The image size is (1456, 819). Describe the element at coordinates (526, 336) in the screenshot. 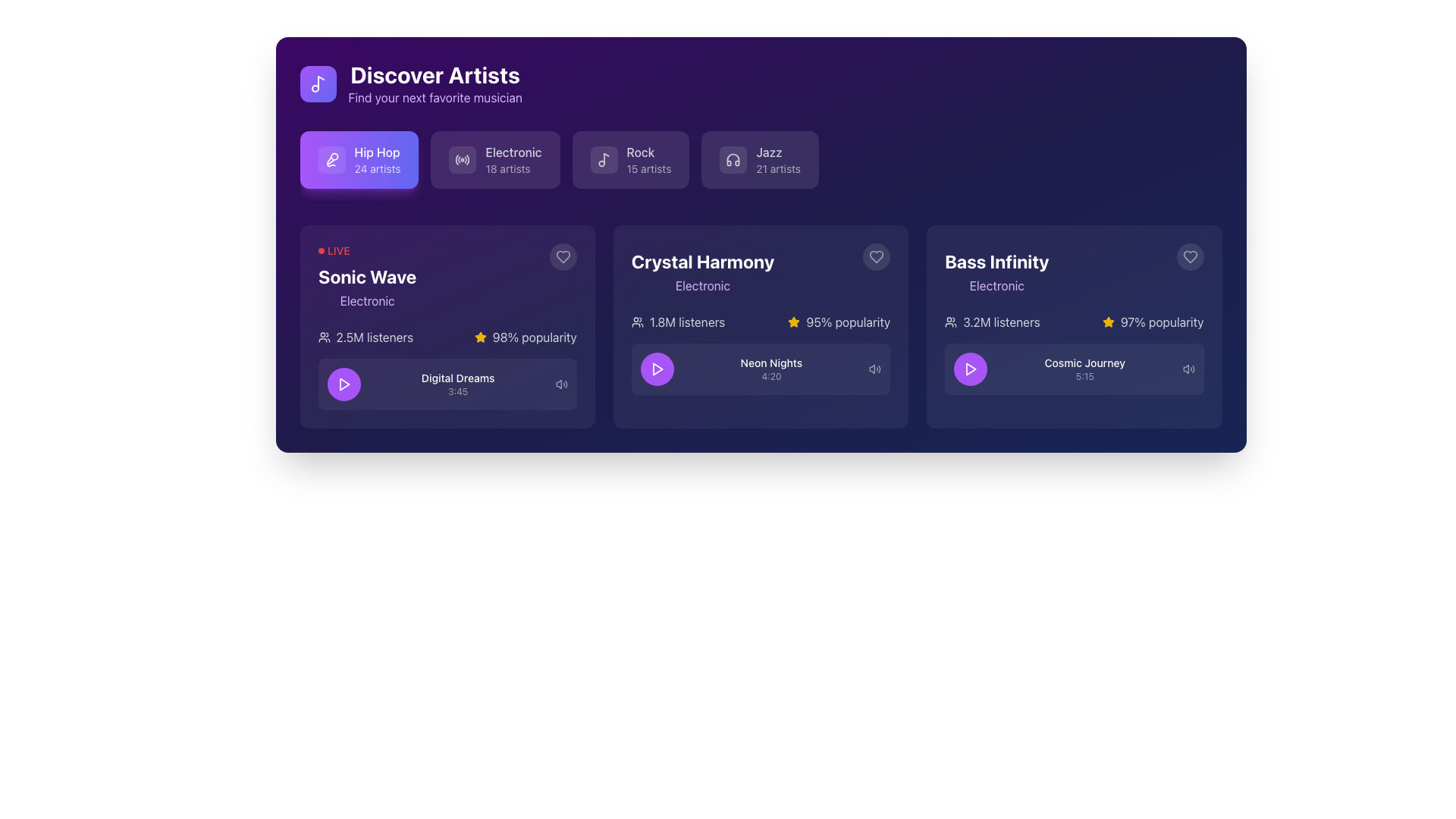

I see `the popularity metric text and accompanying icon located in the bottom-right portion of the first card, below the title 'Sonic Wave' and adjacent to '2.5M listeners'` at that location.